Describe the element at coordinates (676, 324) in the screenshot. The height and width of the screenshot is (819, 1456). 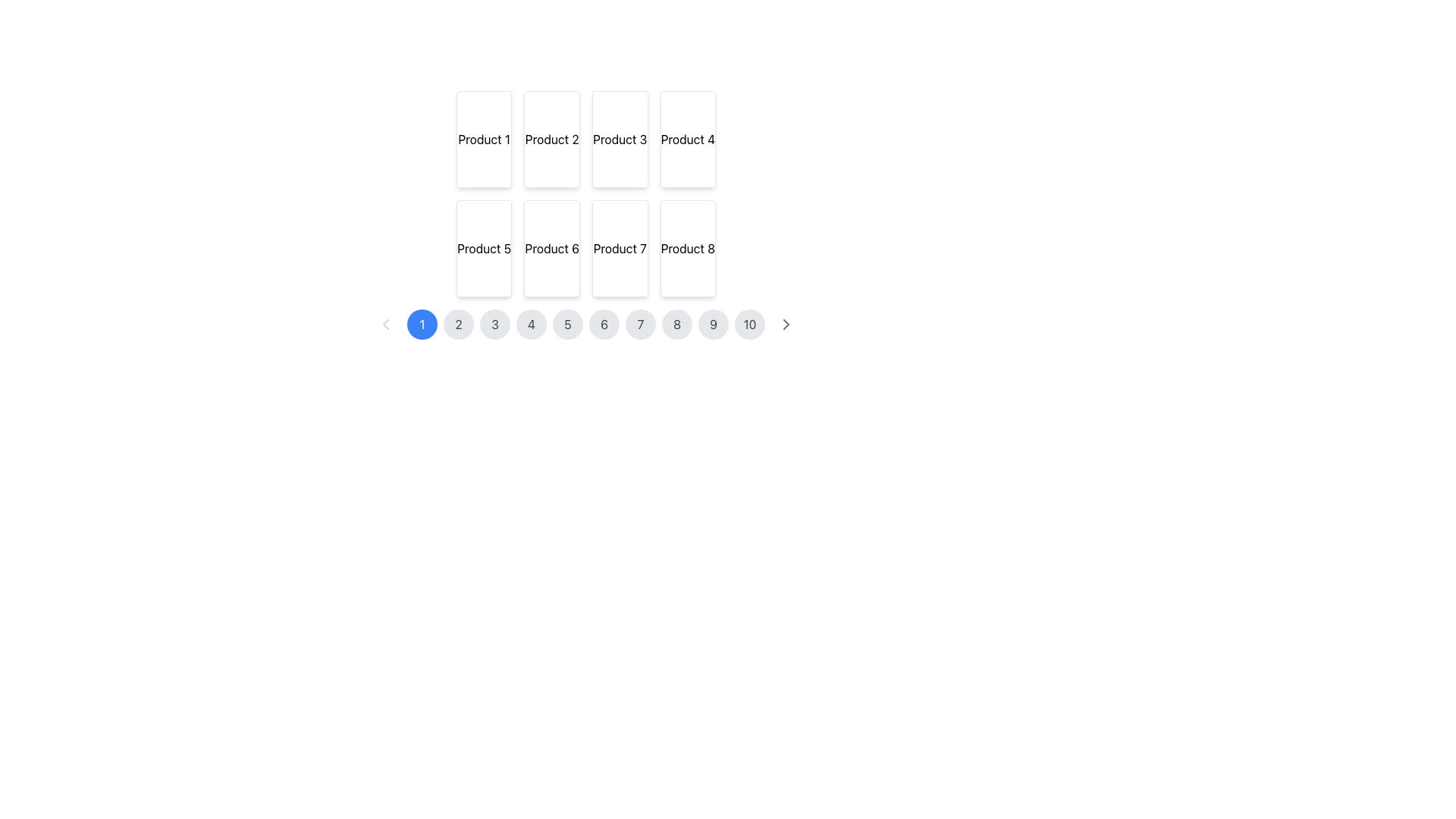
I see `the navigation button that allows users` at that location.